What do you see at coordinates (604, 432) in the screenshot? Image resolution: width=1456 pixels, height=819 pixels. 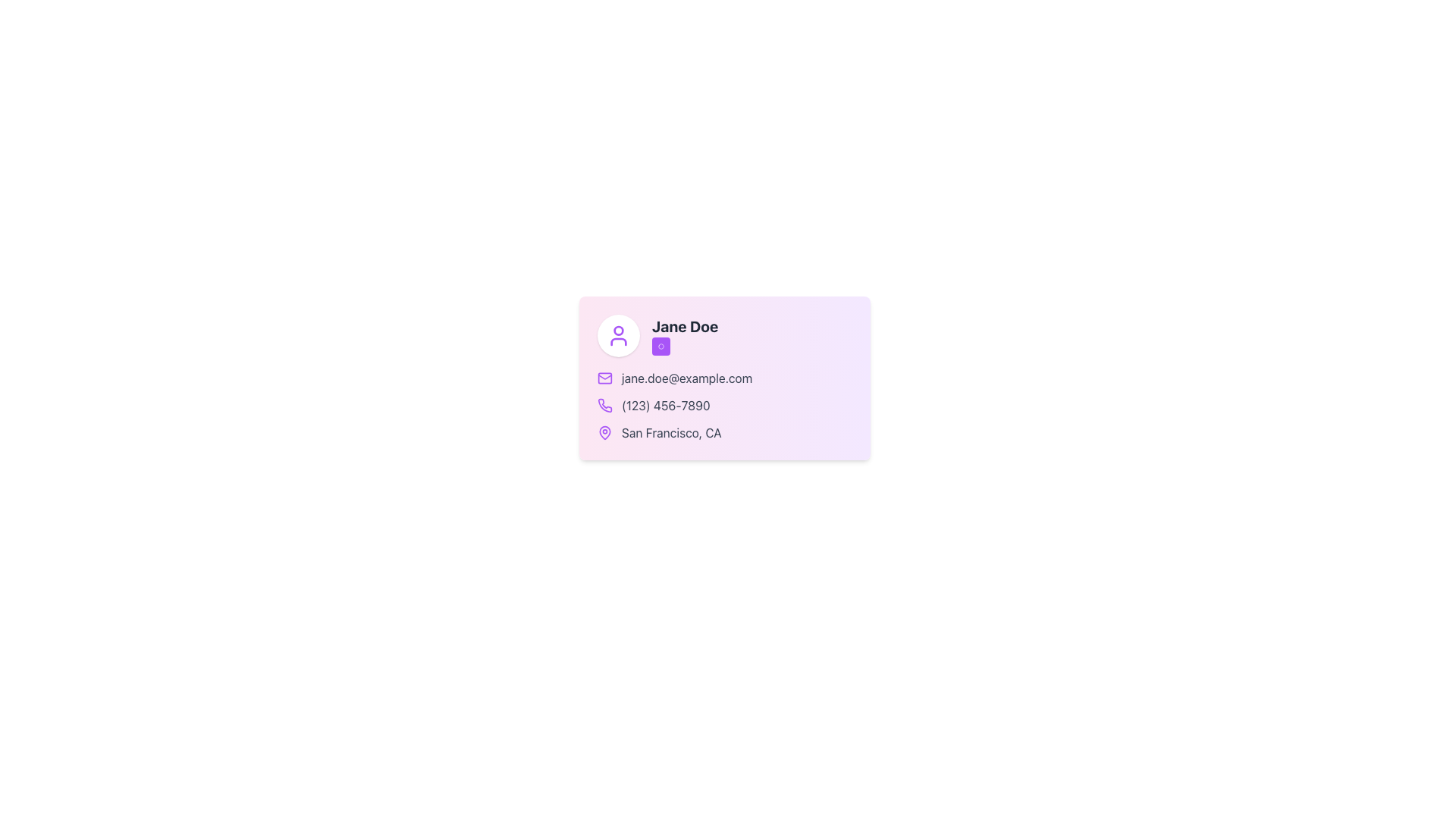 I see `the decorative SVG vector element that serves as an icon indicating a geographical location, positioned to the left of the text 'San Francisco, CA' in the third row of the card layout` at bounding box center [604, 432].